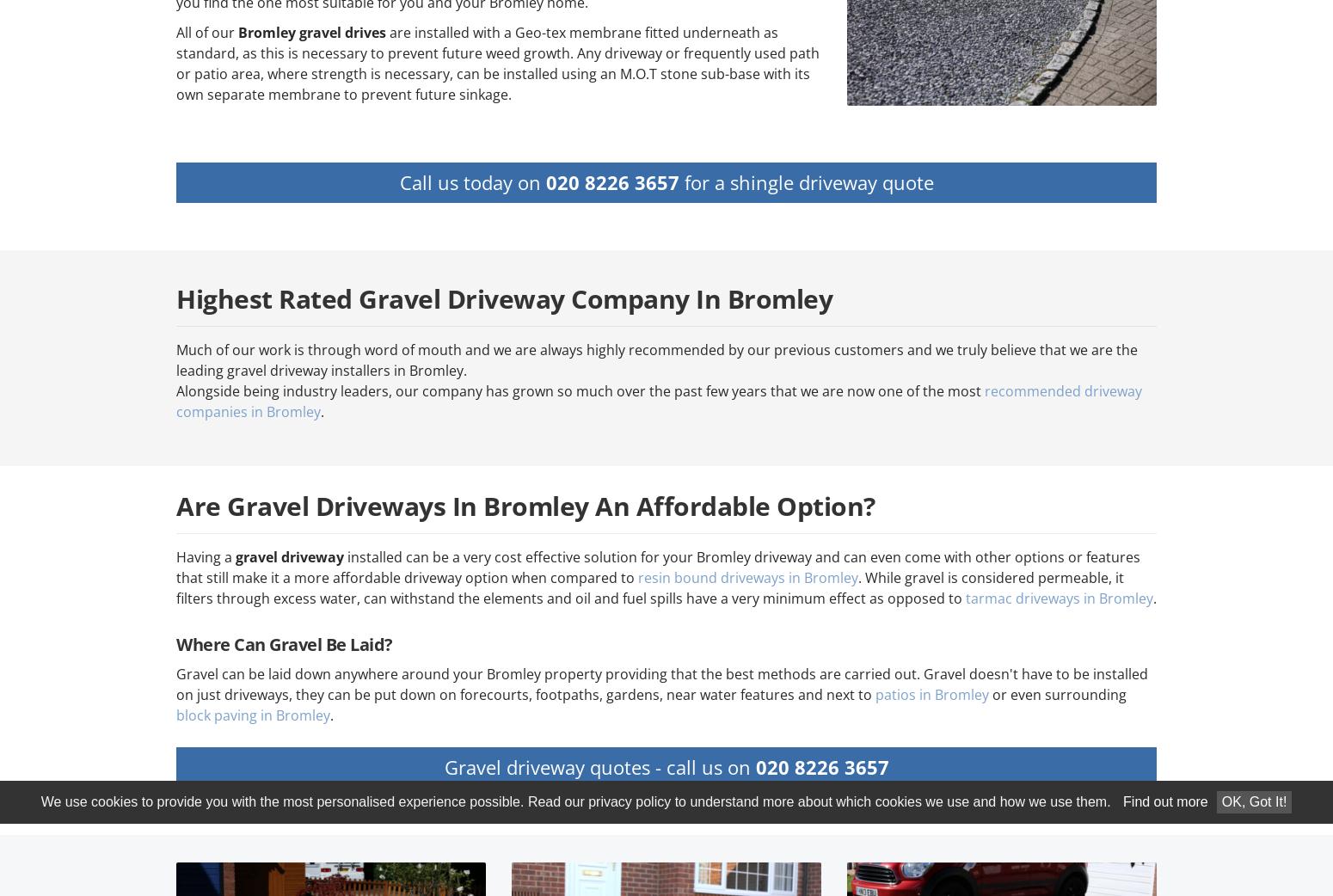 Image resolution: width=1333 pixels, height=896 pixels. Describe the element at coordinates (237, 30) in the screenshot. I see `'Bromley gravel drives'` at that location.